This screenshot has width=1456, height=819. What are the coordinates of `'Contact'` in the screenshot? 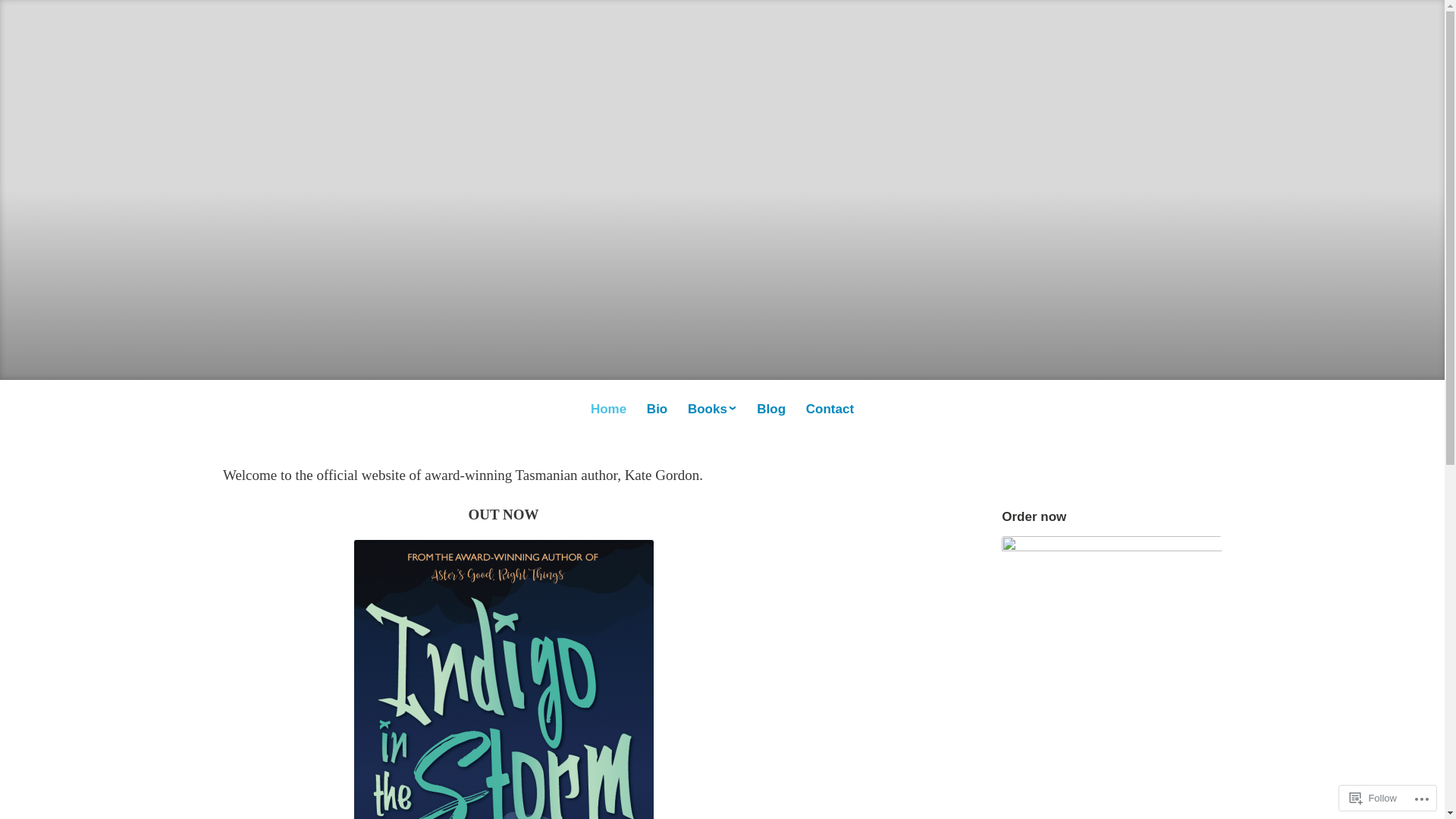 It's located at (829, 409).